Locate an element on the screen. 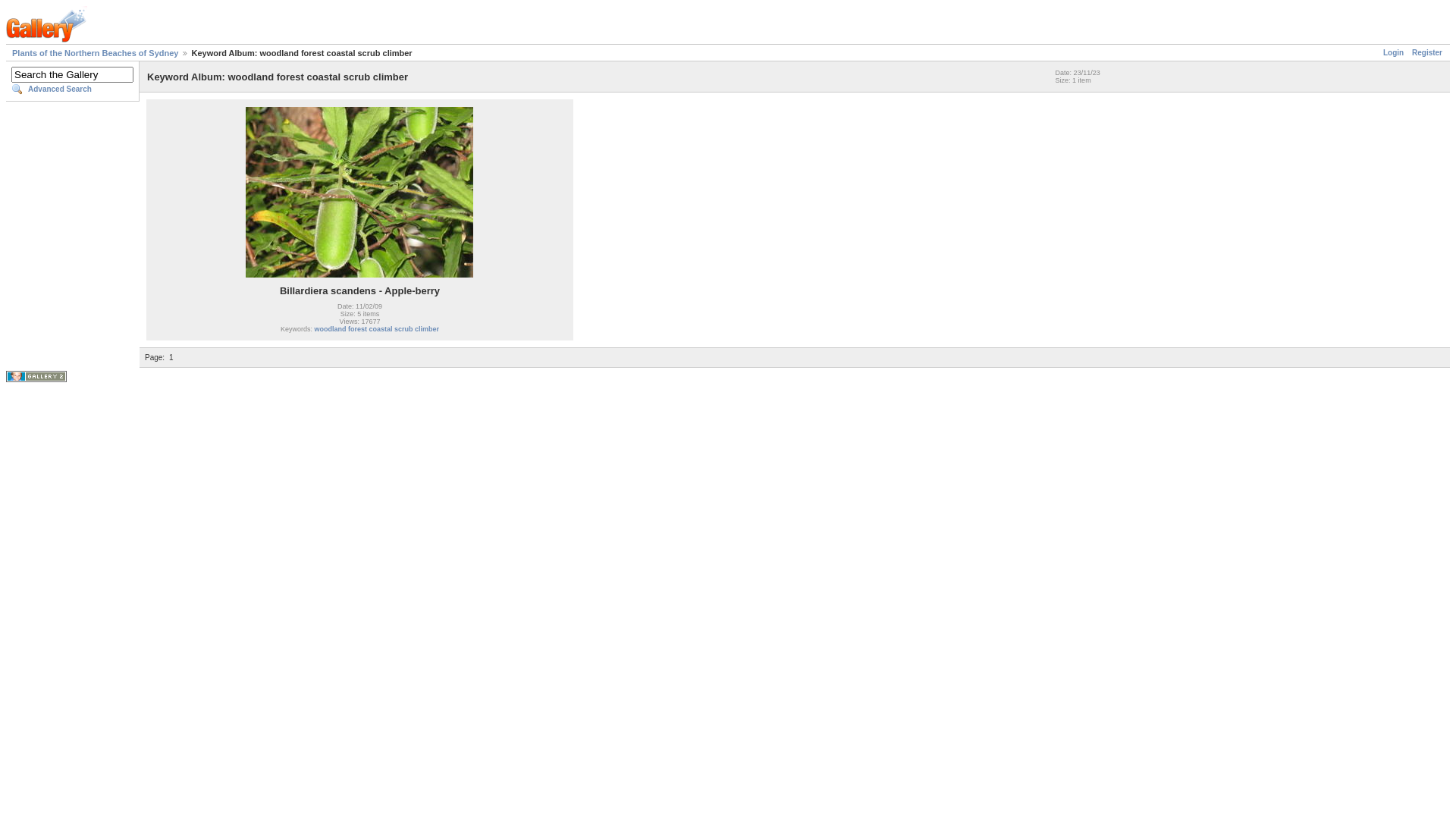  'Register' is located at coordinates (1426, 52).